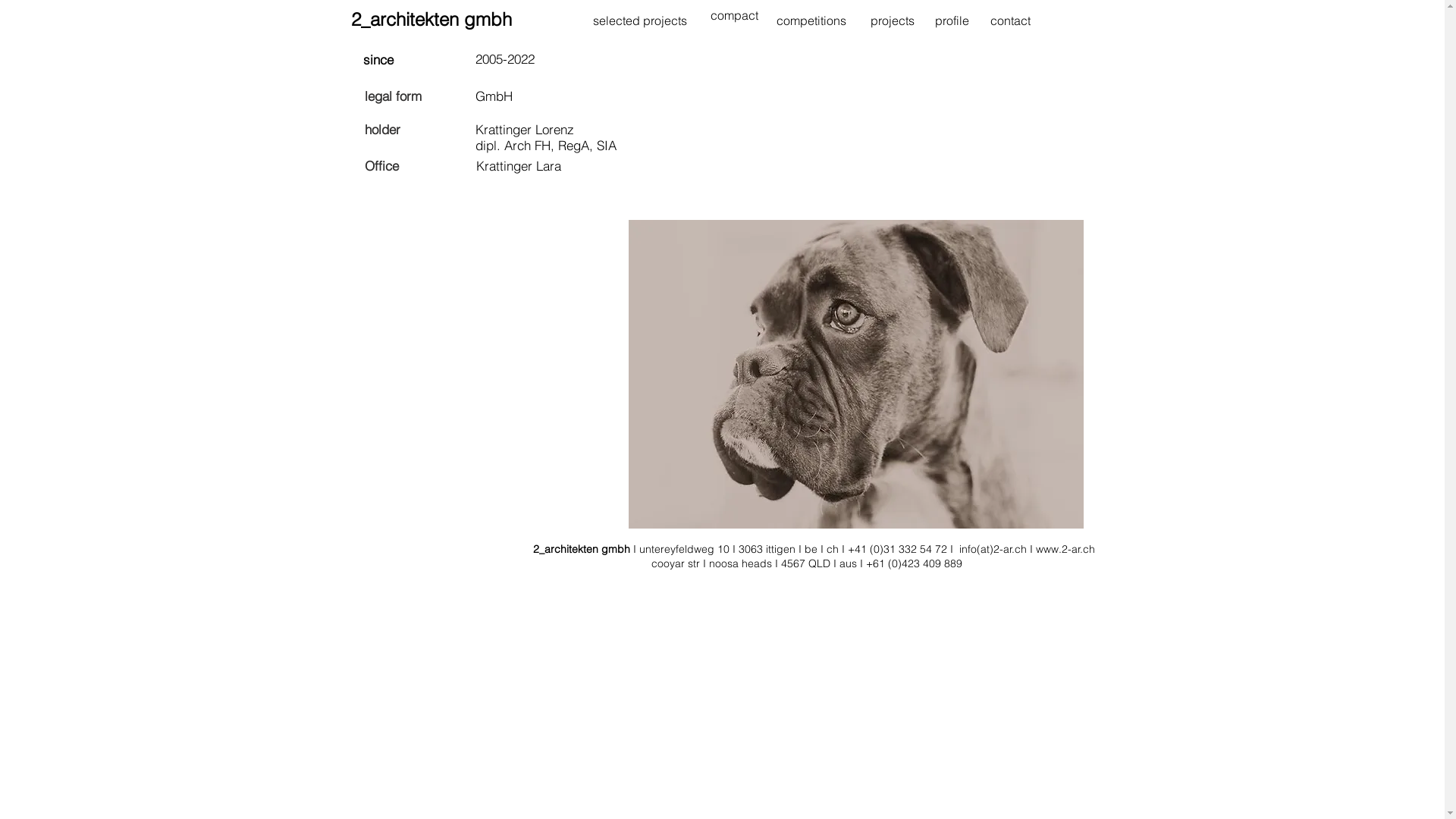  I want to click on 'compact', so click(733, 15).